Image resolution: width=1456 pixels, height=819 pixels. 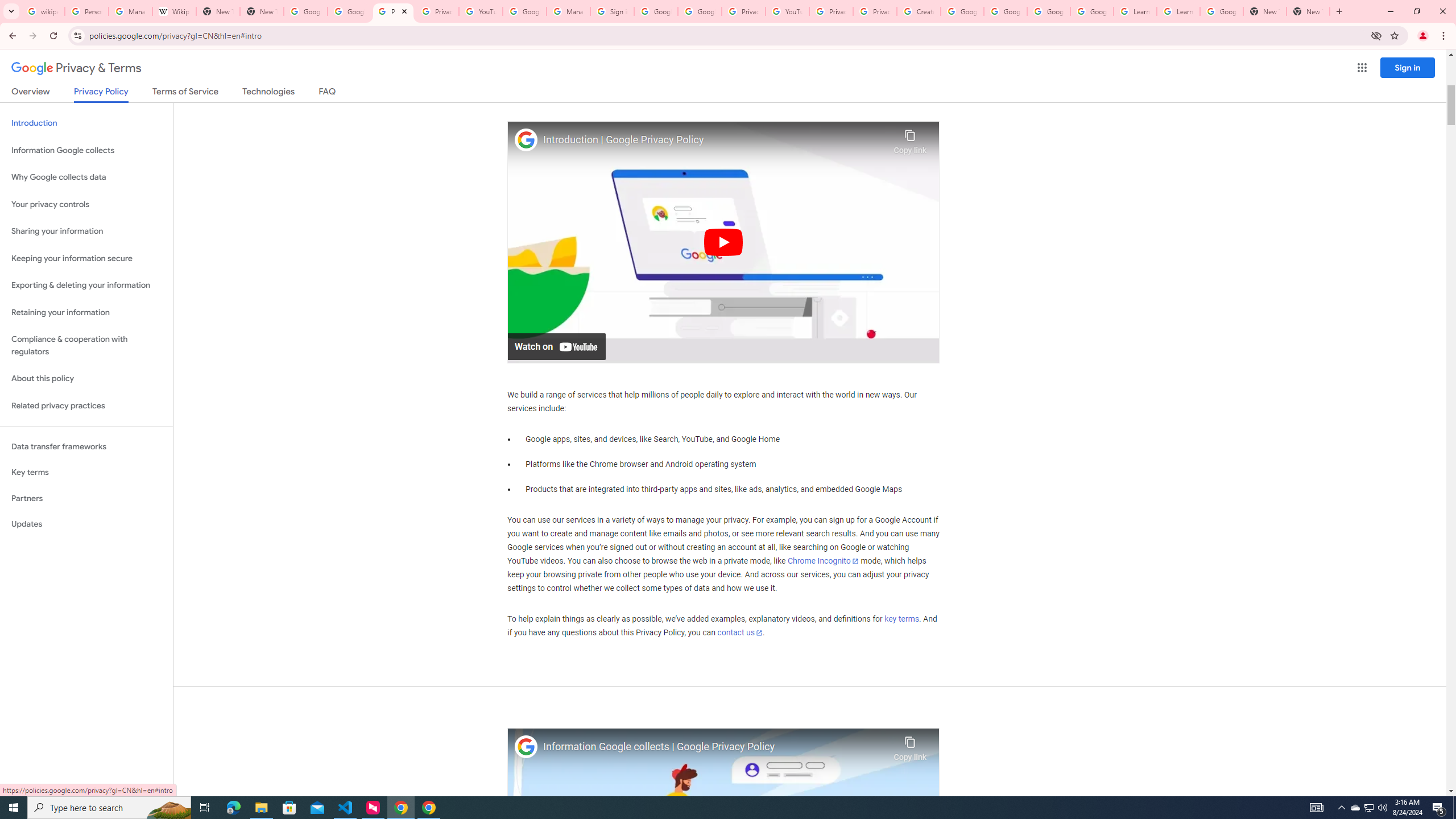 I want to click on 'Create your Google Account', so click(x=918, y=11).